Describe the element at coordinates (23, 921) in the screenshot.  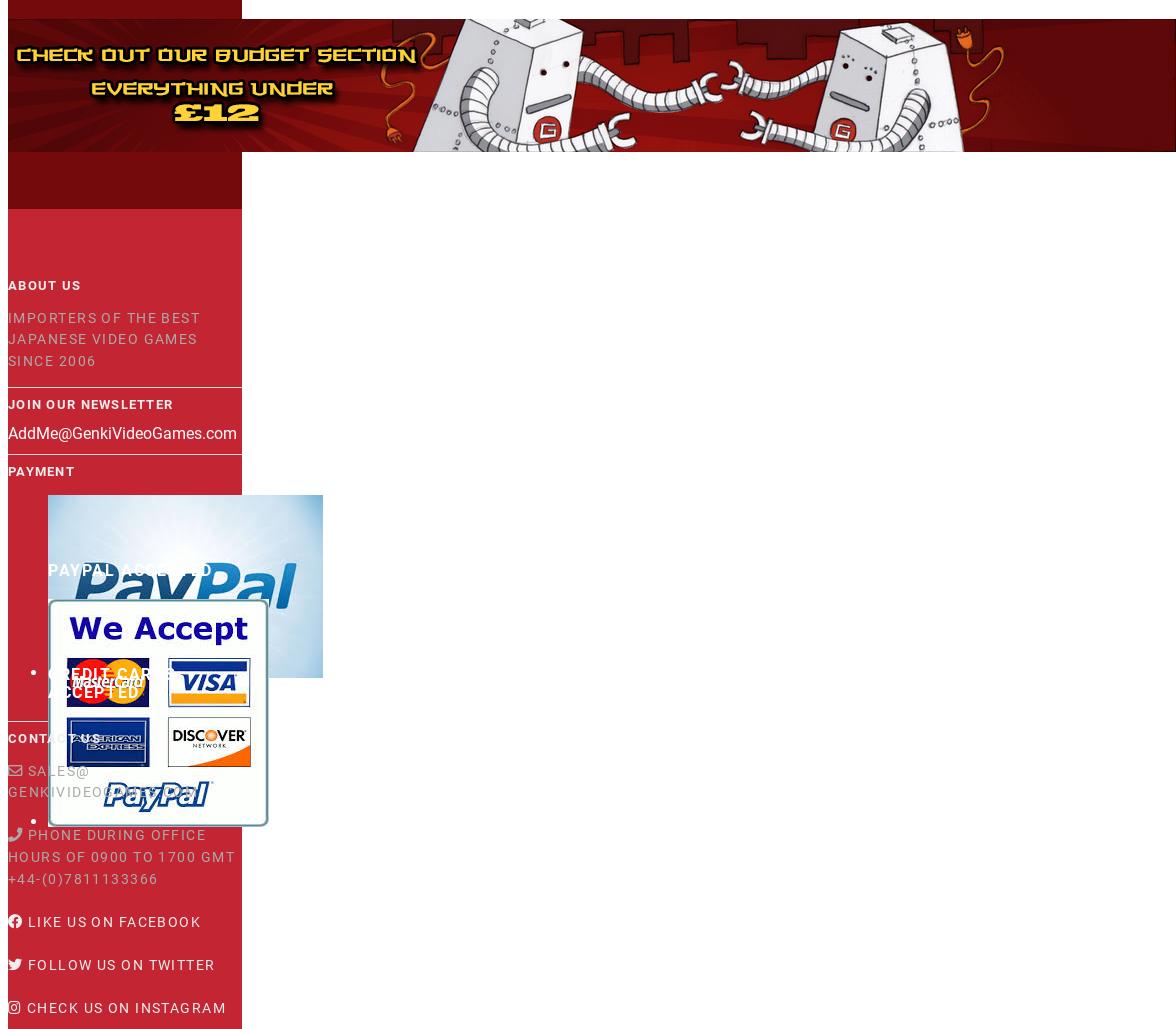
I see `'Like us on Facebook'` at that location.